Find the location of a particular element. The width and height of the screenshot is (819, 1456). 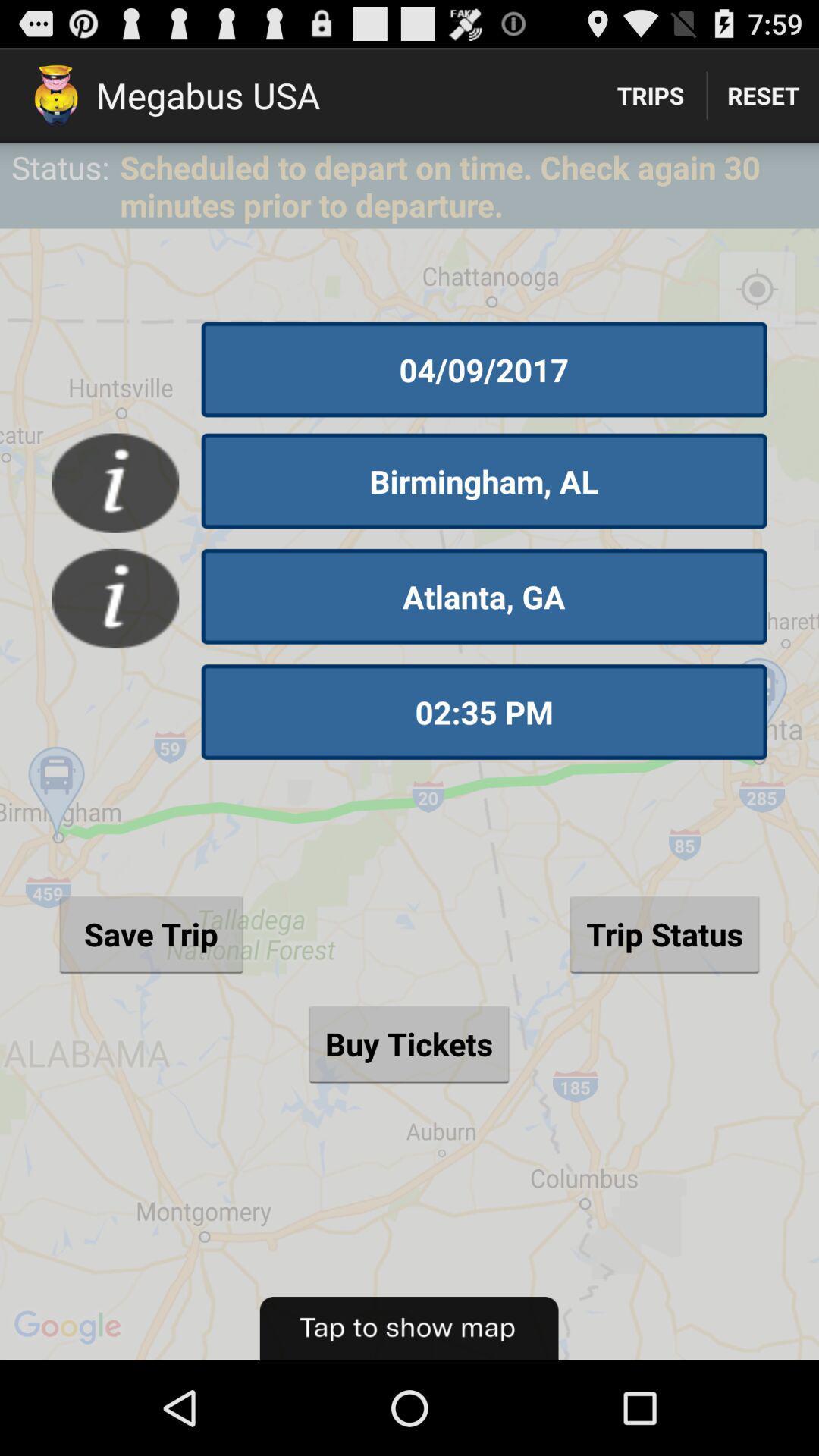

the item above 02:35 pm is located at coordinates (484, 595).